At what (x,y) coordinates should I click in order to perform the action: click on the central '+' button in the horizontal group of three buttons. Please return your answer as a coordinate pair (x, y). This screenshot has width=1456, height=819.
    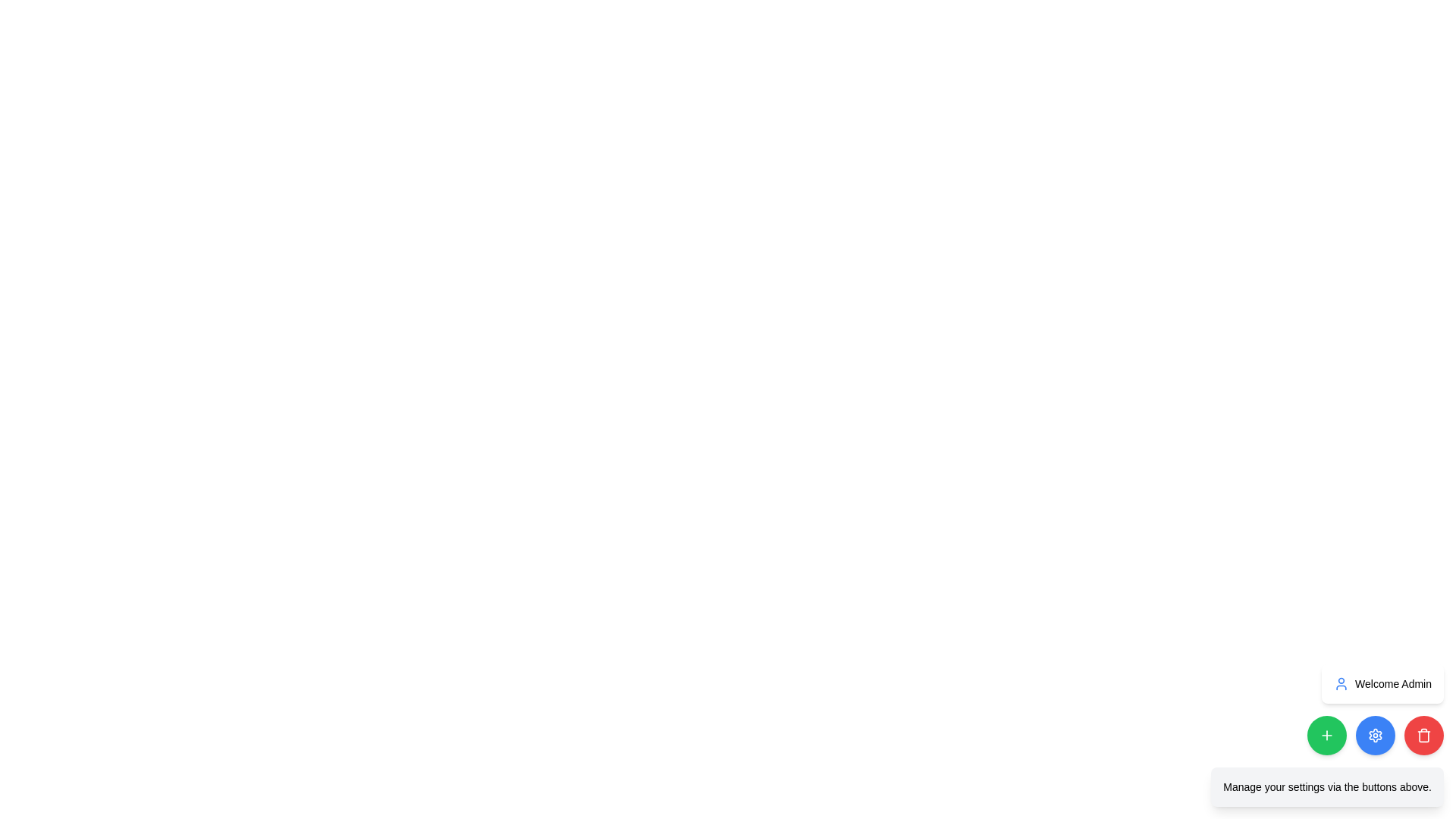
    Looking at the image, I should click on (1326, 734).